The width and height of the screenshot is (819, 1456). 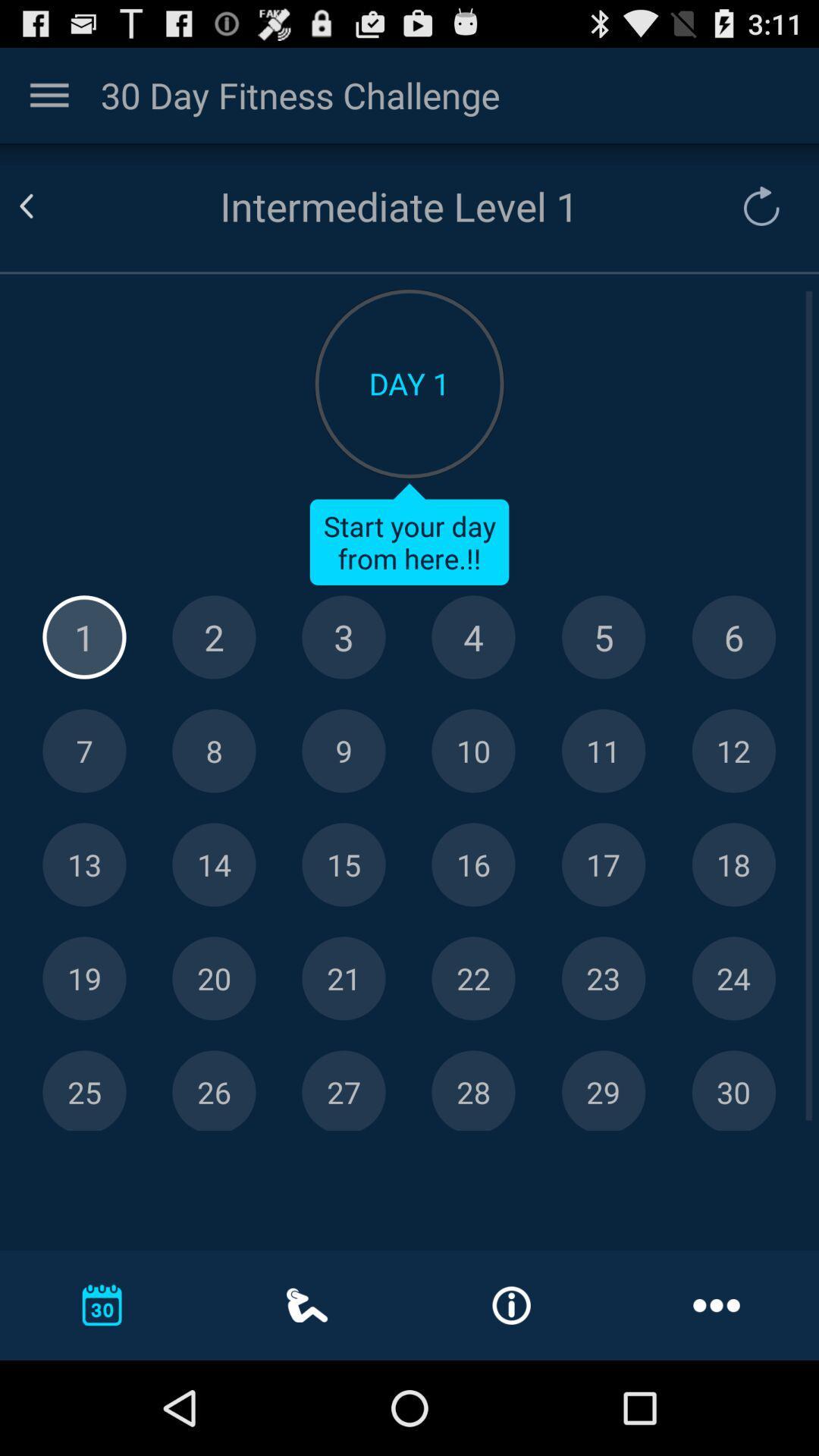 What do you see at coordinates (733, 681) in the screenshot?
I see `the globe icon` at bounding box center [733, 681].